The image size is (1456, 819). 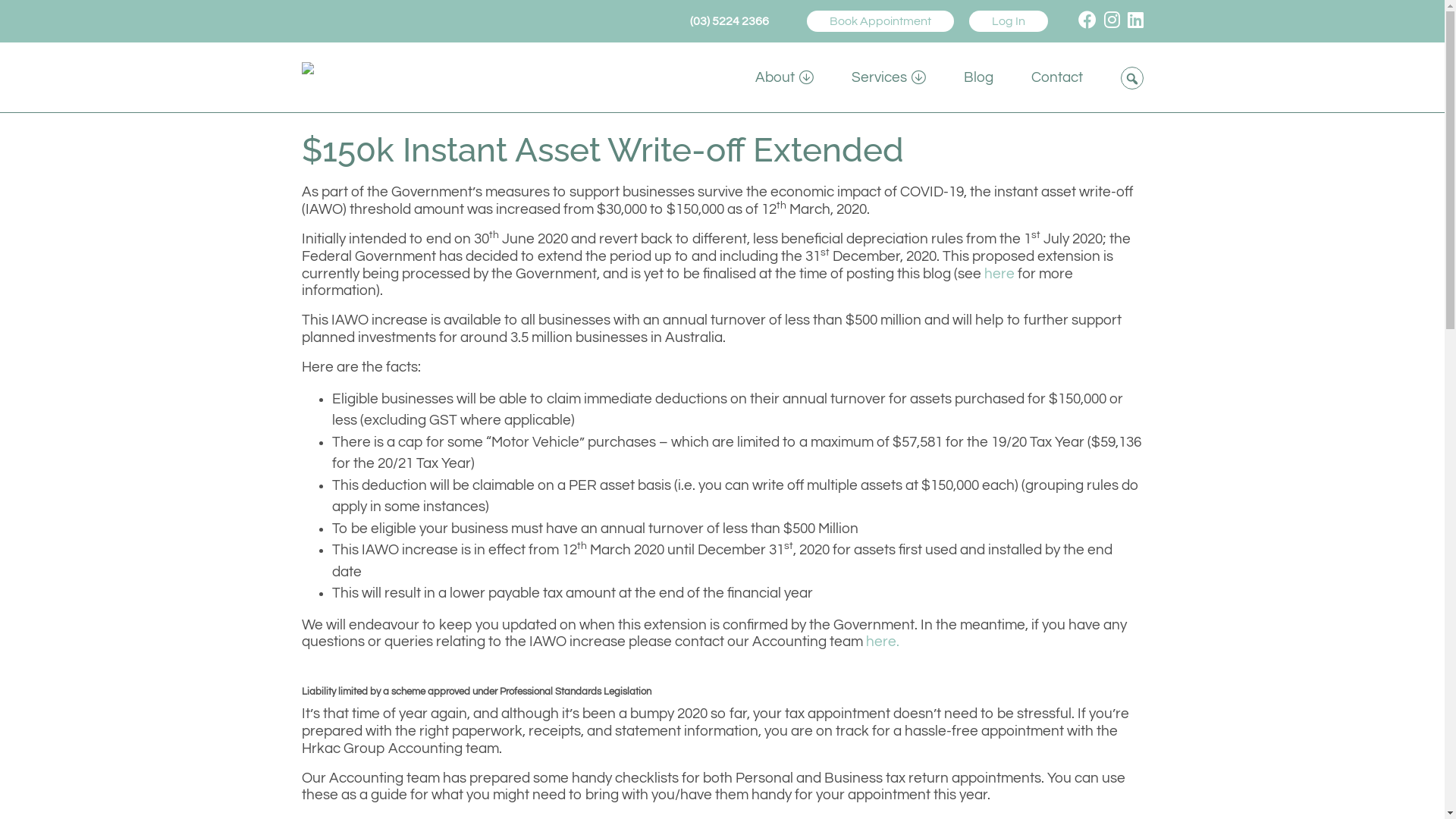 I want to click on '(03) 5224 2366', so click(x=729, y=20).